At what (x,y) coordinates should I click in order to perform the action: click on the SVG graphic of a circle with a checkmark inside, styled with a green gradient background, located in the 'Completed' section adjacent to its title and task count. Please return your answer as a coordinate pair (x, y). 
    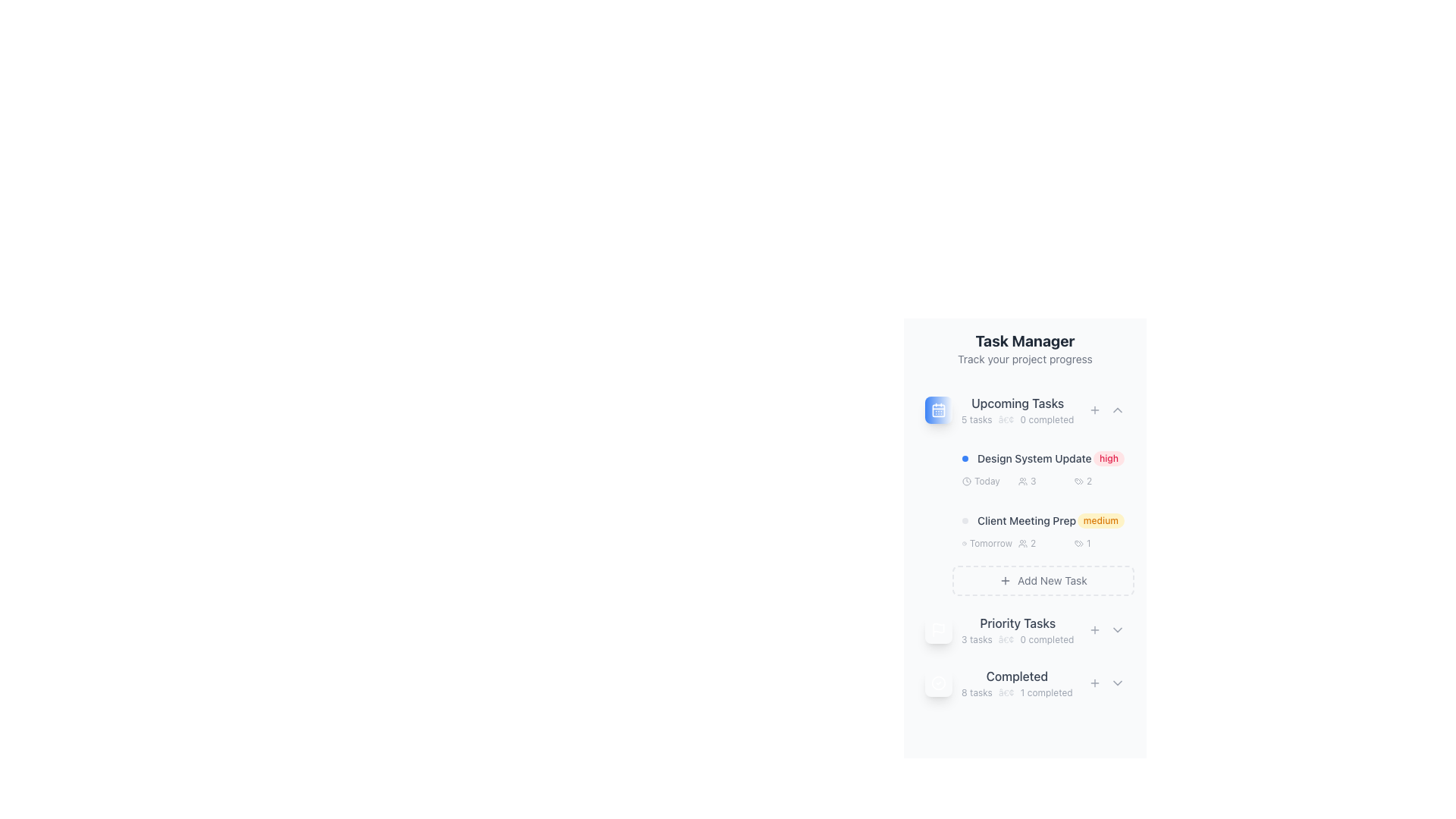
    Looking at the image, I should click on (938, 683).